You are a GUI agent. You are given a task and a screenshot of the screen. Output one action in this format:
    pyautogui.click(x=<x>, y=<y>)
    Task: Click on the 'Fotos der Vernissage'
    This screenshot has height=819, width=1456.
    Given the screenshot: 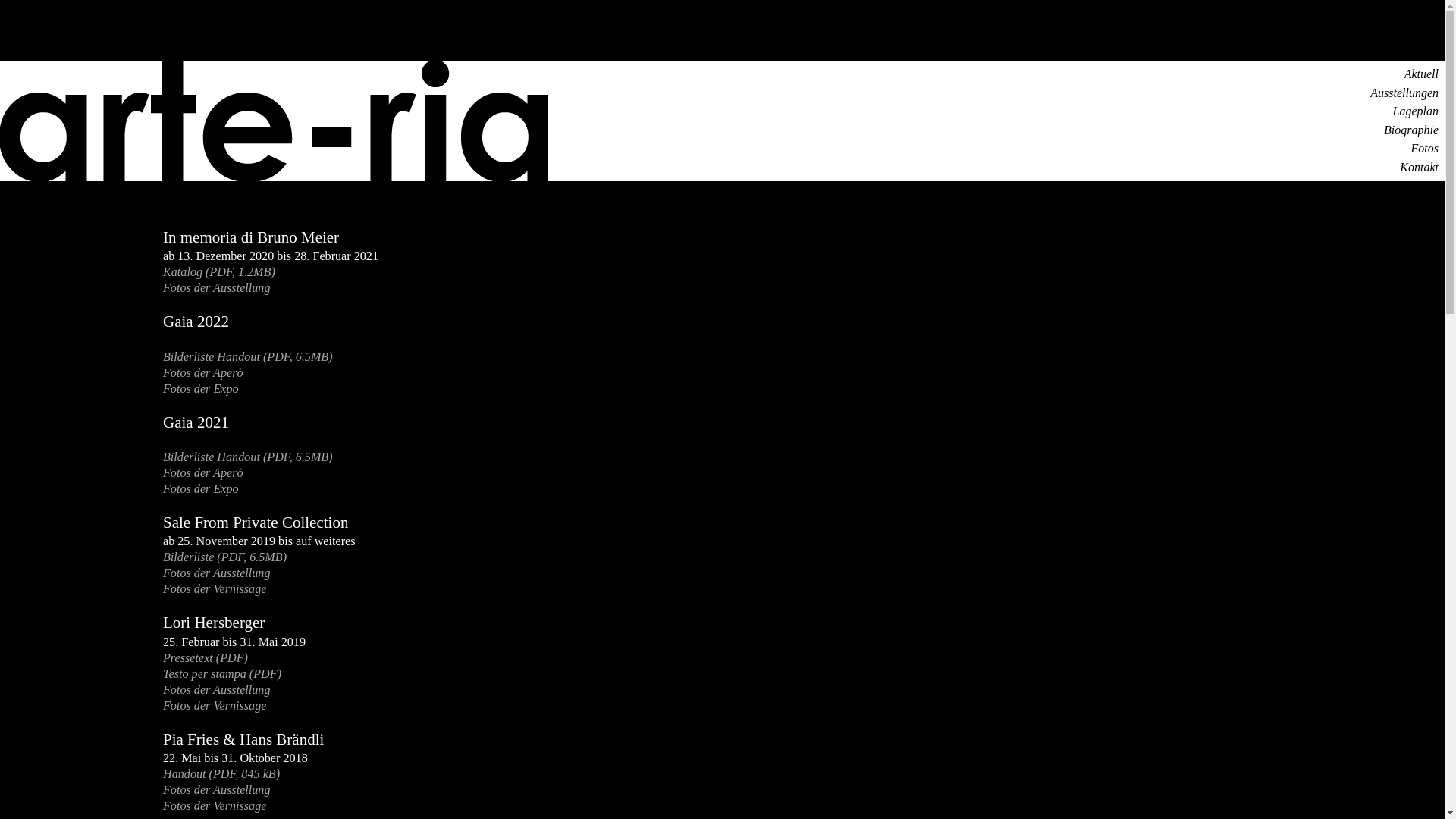 What is the action you would take?
    pyautogui.click(x=214, y=588)
    